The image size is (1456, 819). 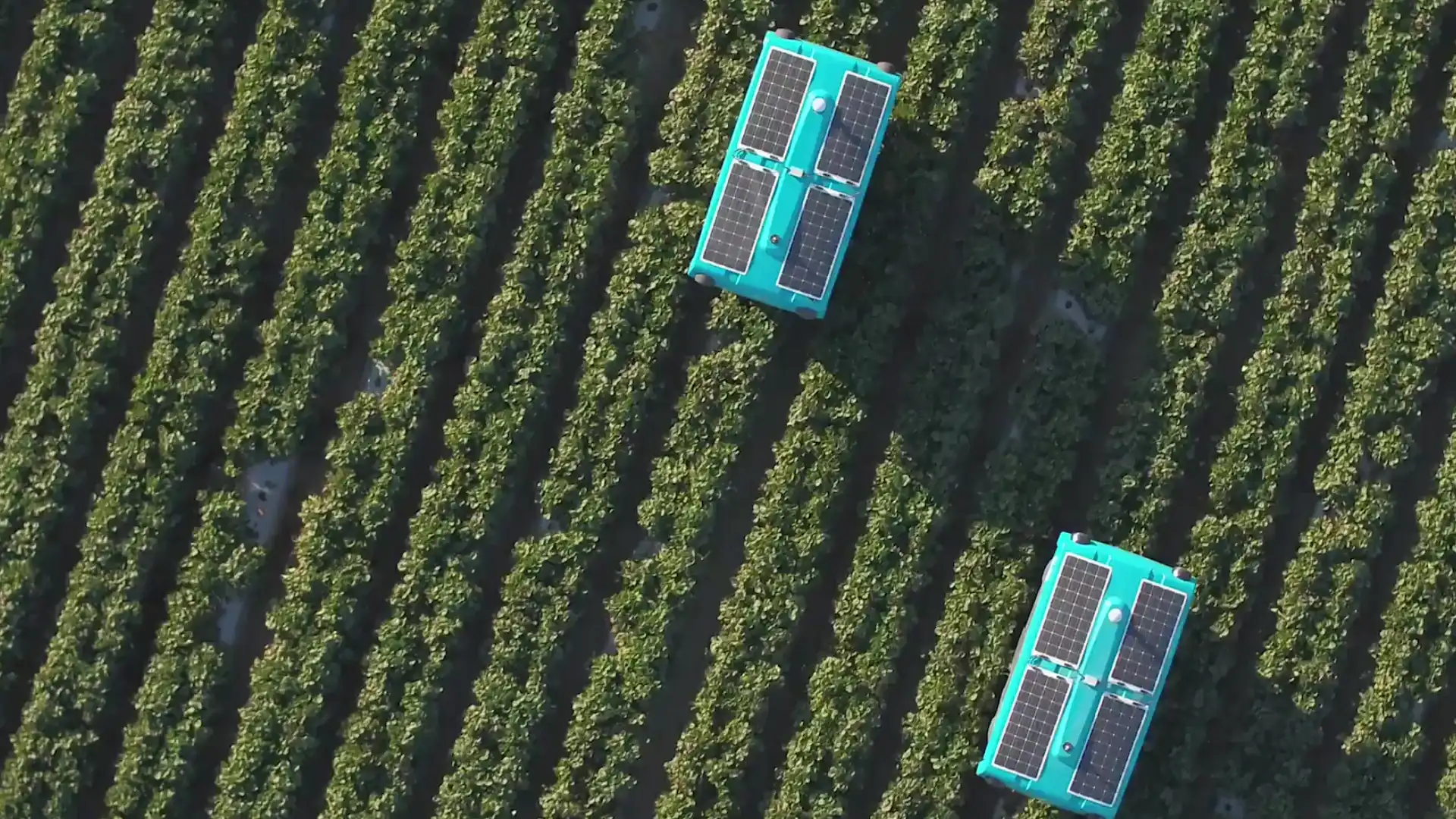 I want to click on Seeing underwater In 2020, X launches Tidal, a new project combining machine learning and an underwater camera system to help understand and protect our oceans ecosystems. They start with a small corner of the problem: partnering with fish farmers to help them run and grow their operations more sustainably., so click(x=768, y=196).